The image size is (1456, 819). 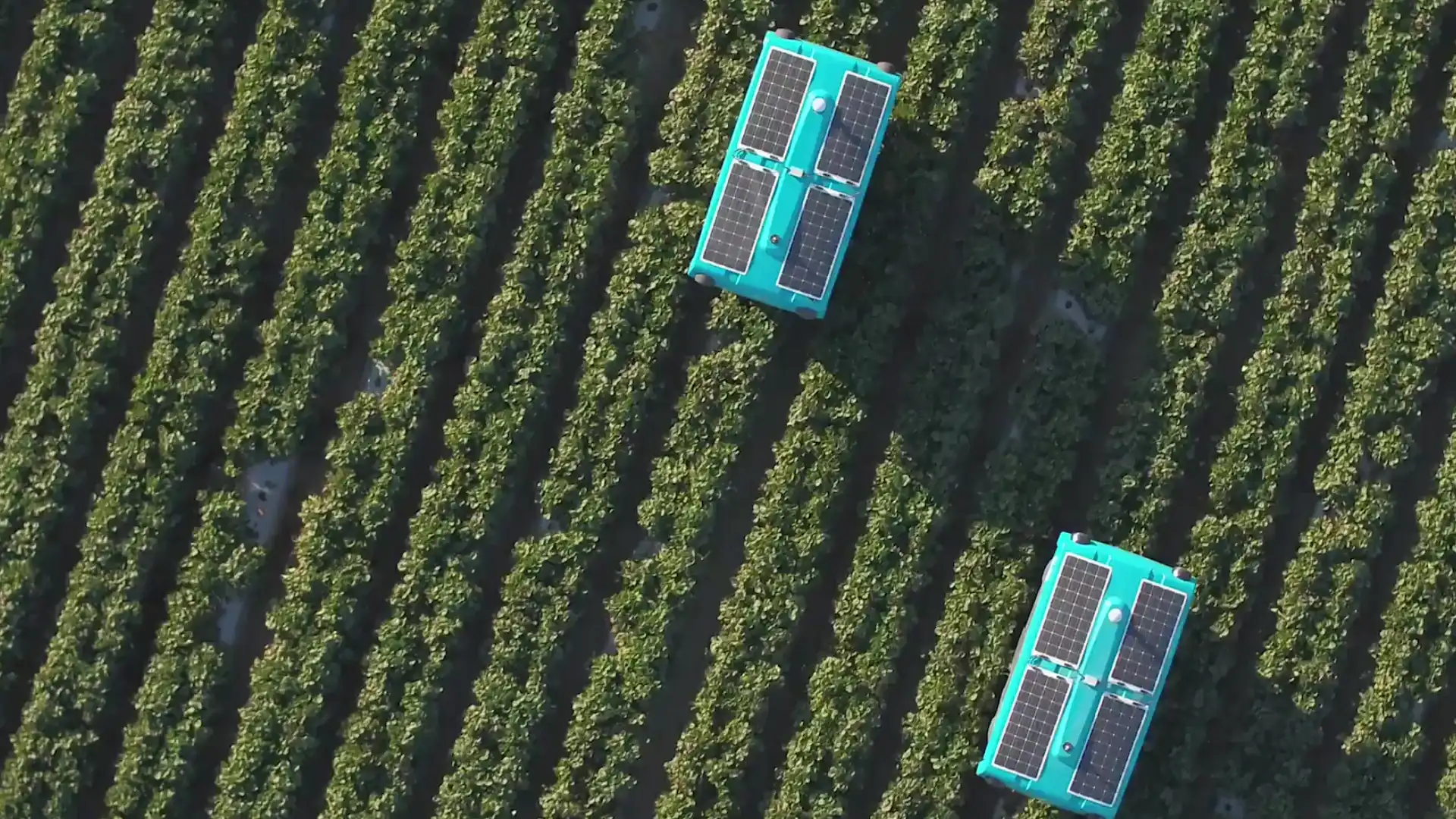 I want to click on Seeing underwater In 2020, X launches Tidal, a new project combining machine learning and an underwater camera system to help understand and protect our oceans ecosystems. They start with a small corner of the problem: partnering with fish farmers to help them run and grow their operations more sustainably., so click(x=768, y=196).